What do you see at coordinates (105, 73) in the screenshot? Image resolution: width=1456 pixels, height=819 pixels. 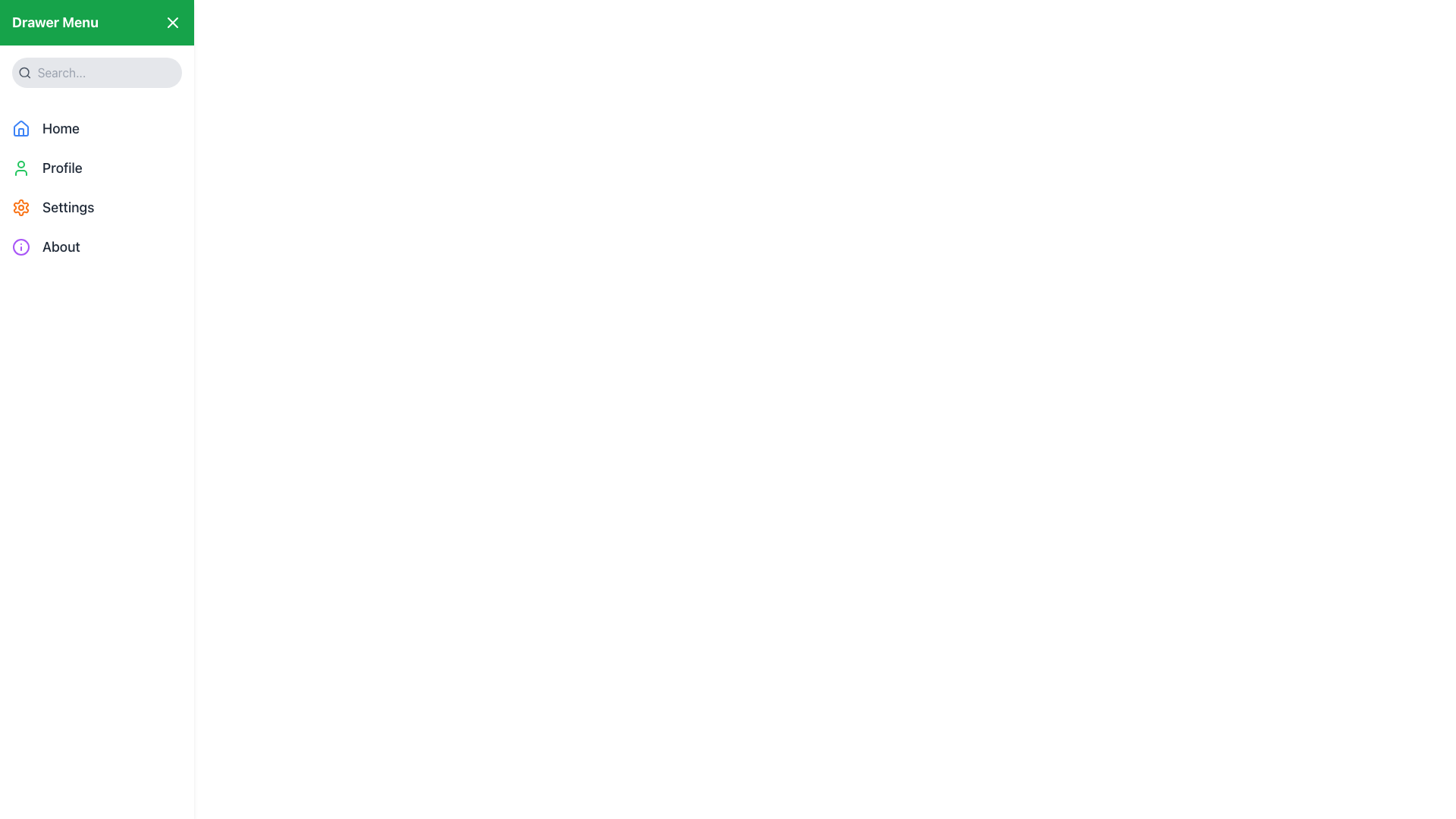 I see `the search input field located at the top-left corner of the sidebar drawer to focus it` at bounding box center [105, 73].